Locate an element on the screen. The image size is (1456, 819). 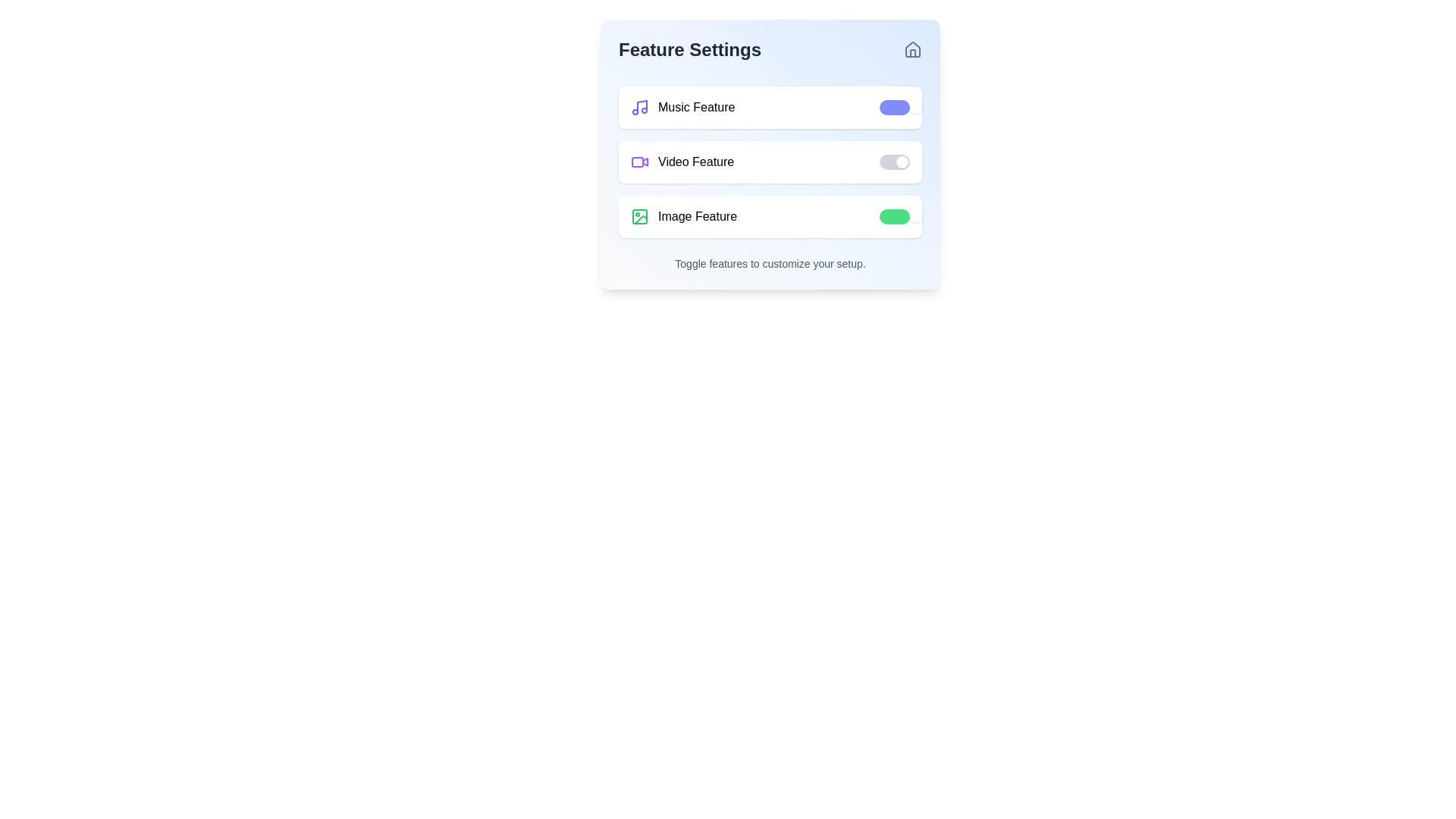
the minimalist house icon located at the top right corner of the Feature Settings interface is located at coordinates (912, 49).